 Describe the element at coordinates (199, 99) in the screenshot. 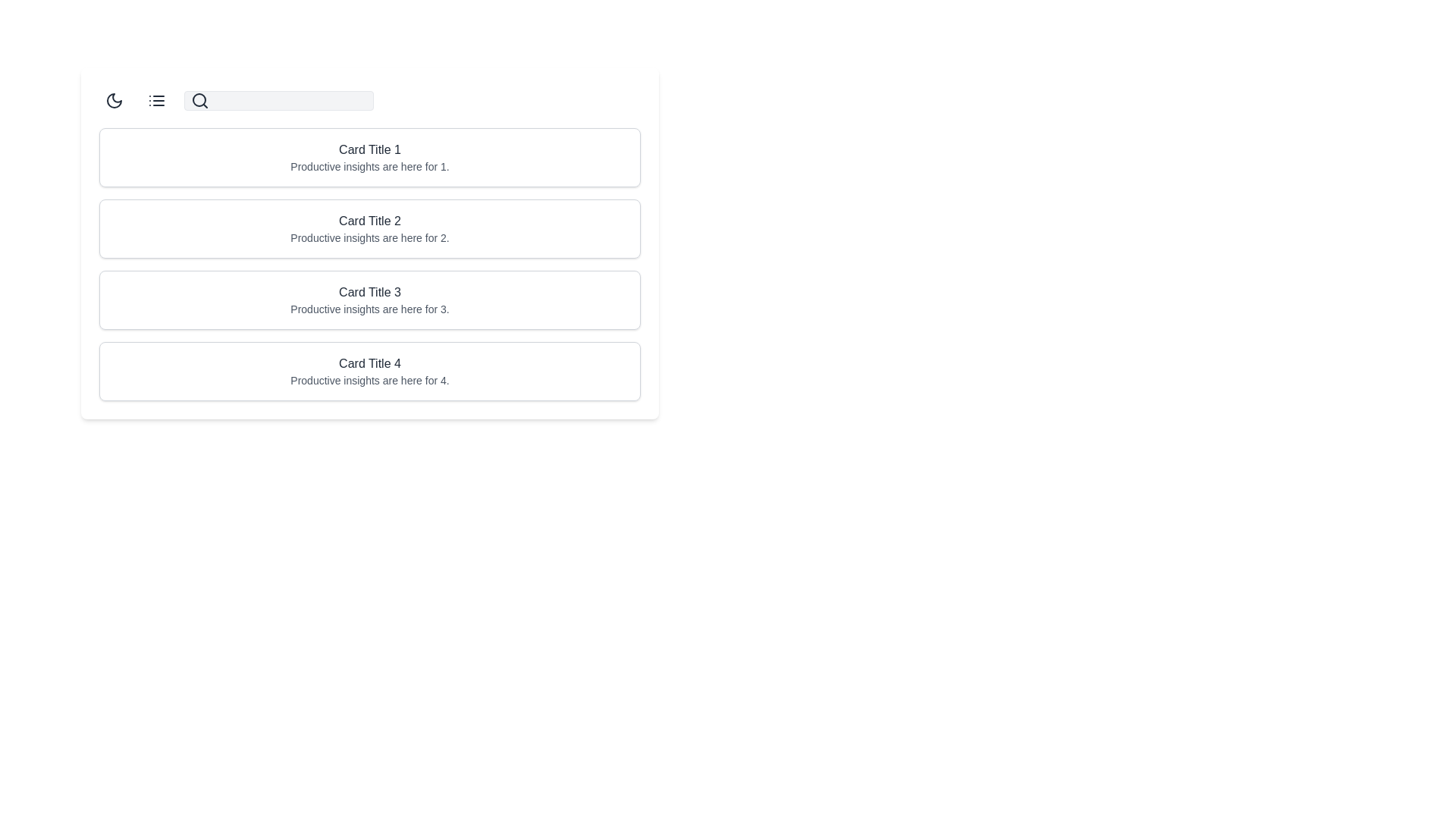

I see `the circular shape of the search icon located in the first toolbar at the top right of the page` at that location.